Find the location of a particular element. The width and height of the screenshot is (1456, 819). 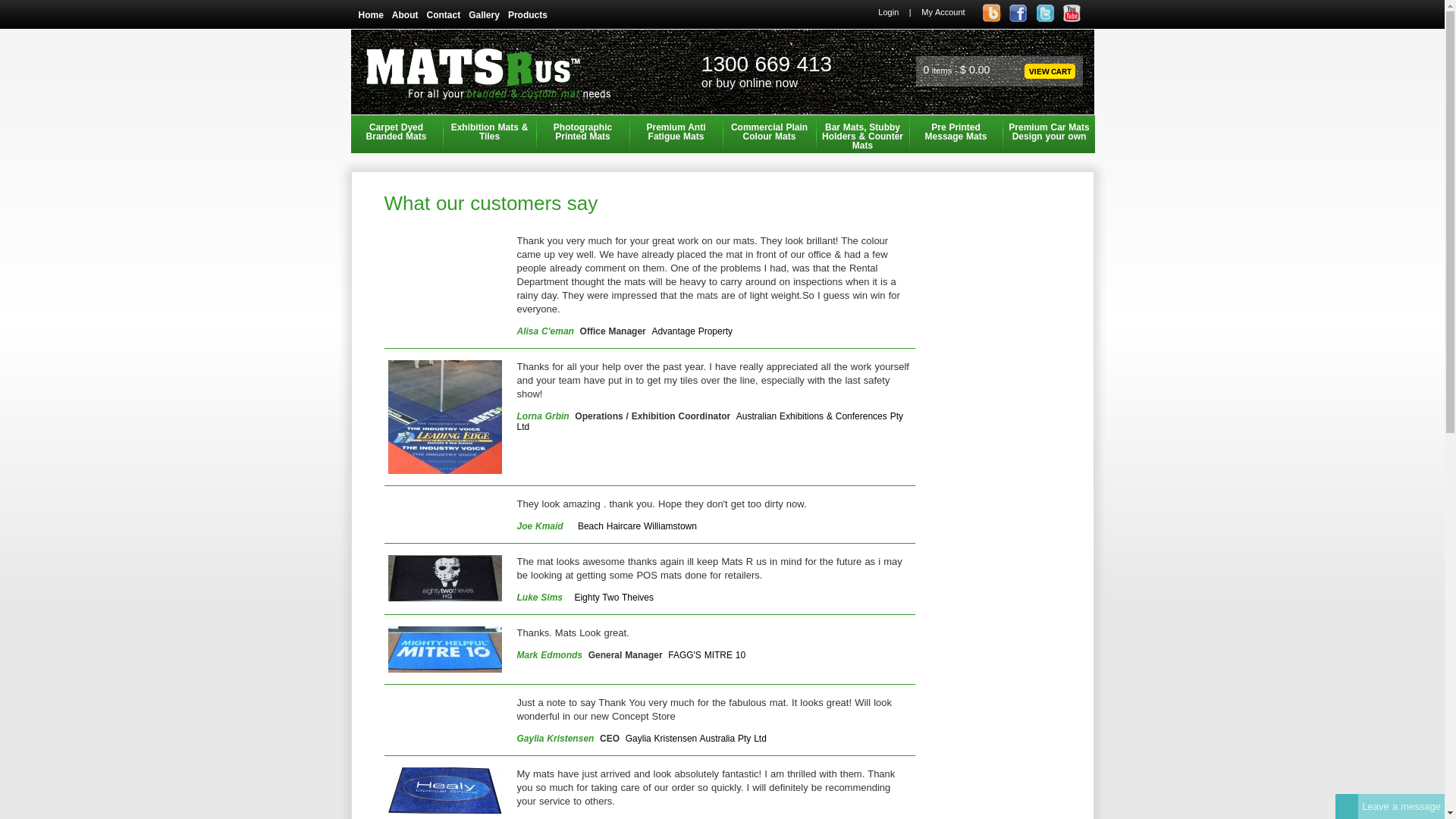

'Gallery' is located at coordinates (488, 14).